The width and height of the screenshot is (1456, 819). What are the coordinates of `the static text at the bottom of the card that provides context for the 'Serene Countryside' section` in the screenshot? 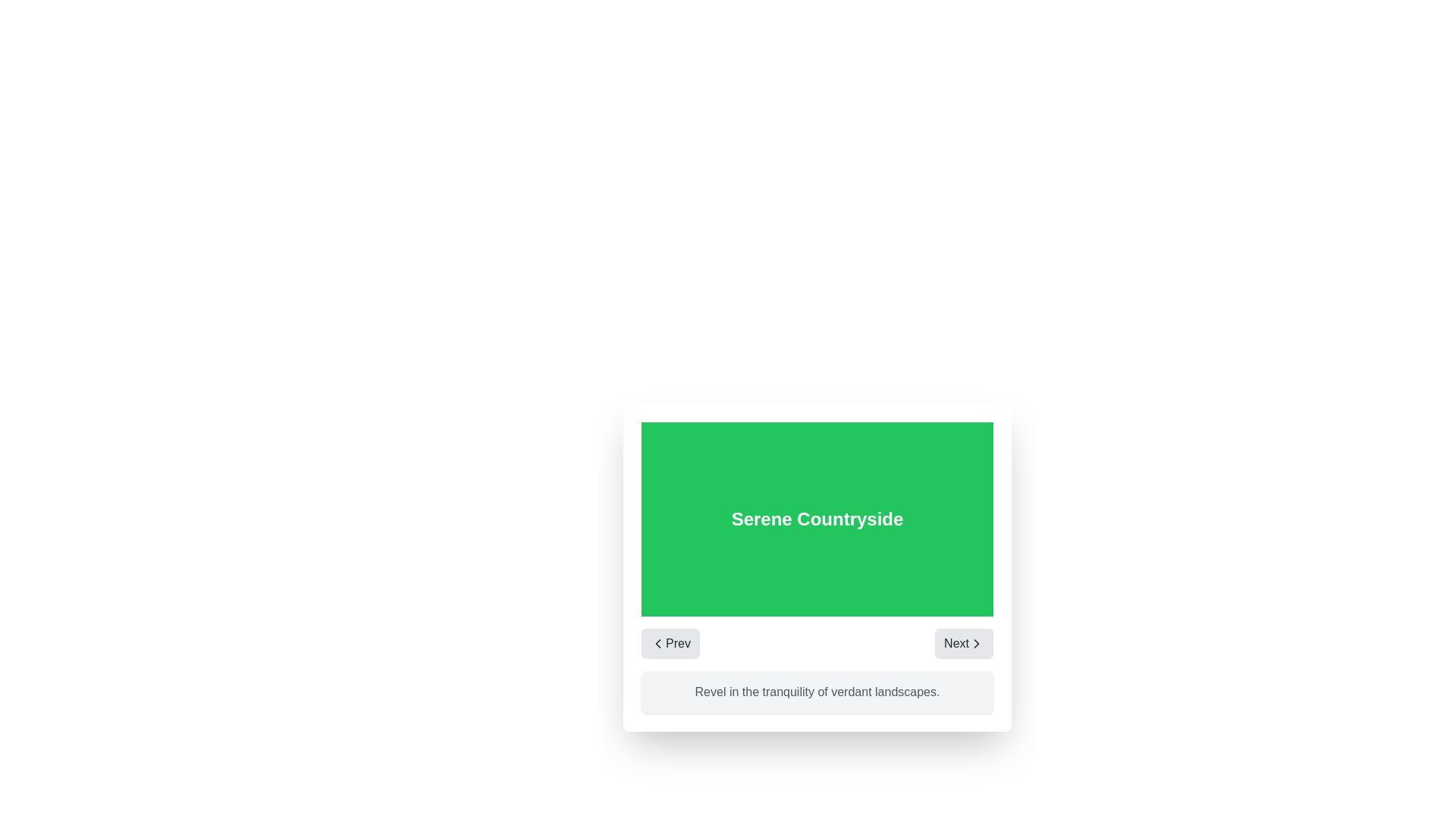 It's located at (817, 692).